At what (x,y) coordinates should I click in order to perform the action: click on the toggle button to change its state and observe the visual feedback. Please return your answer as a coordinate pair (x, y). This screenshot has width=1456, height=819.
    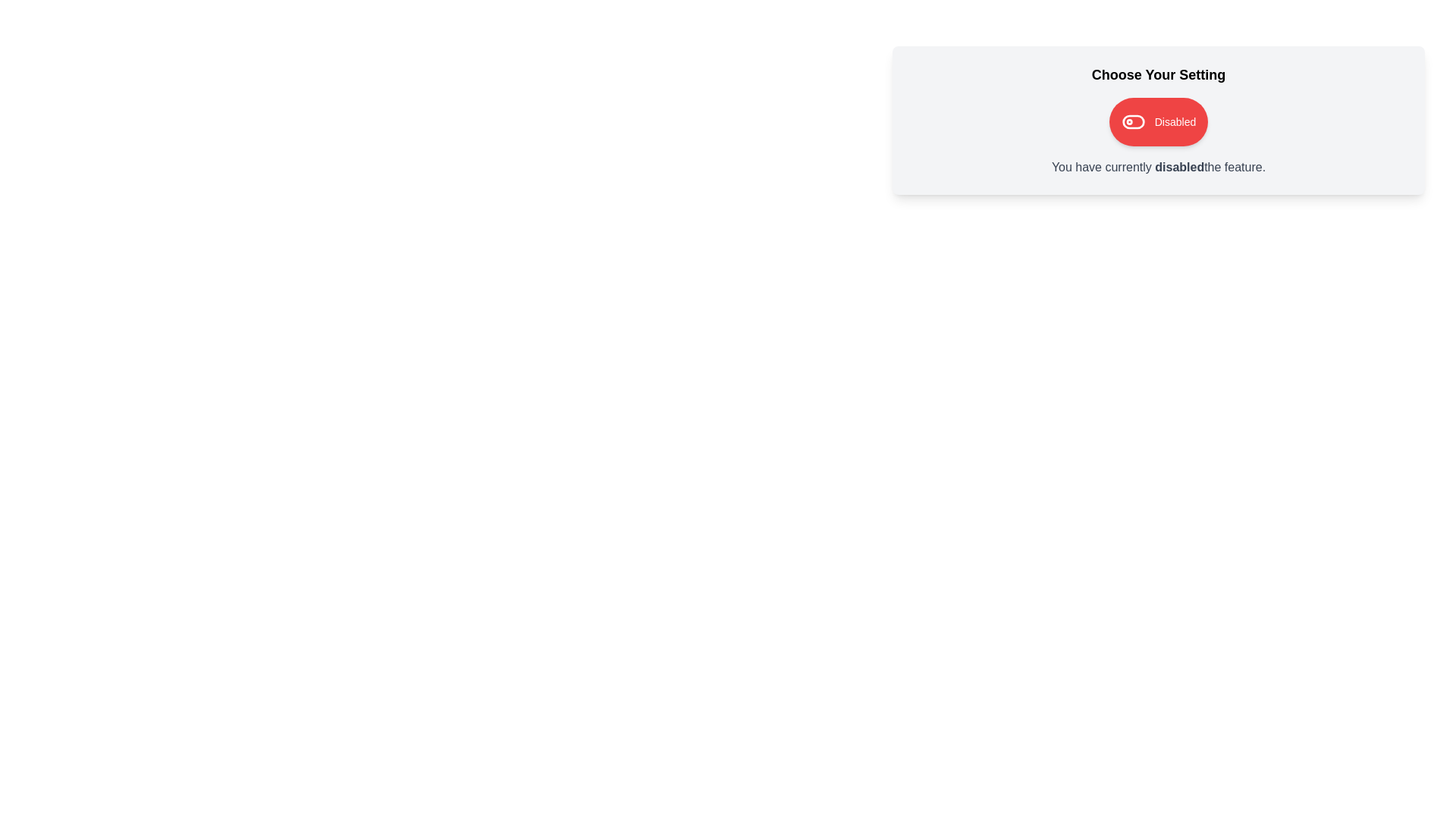
    Looking at the image, I should click on (1157, 121).